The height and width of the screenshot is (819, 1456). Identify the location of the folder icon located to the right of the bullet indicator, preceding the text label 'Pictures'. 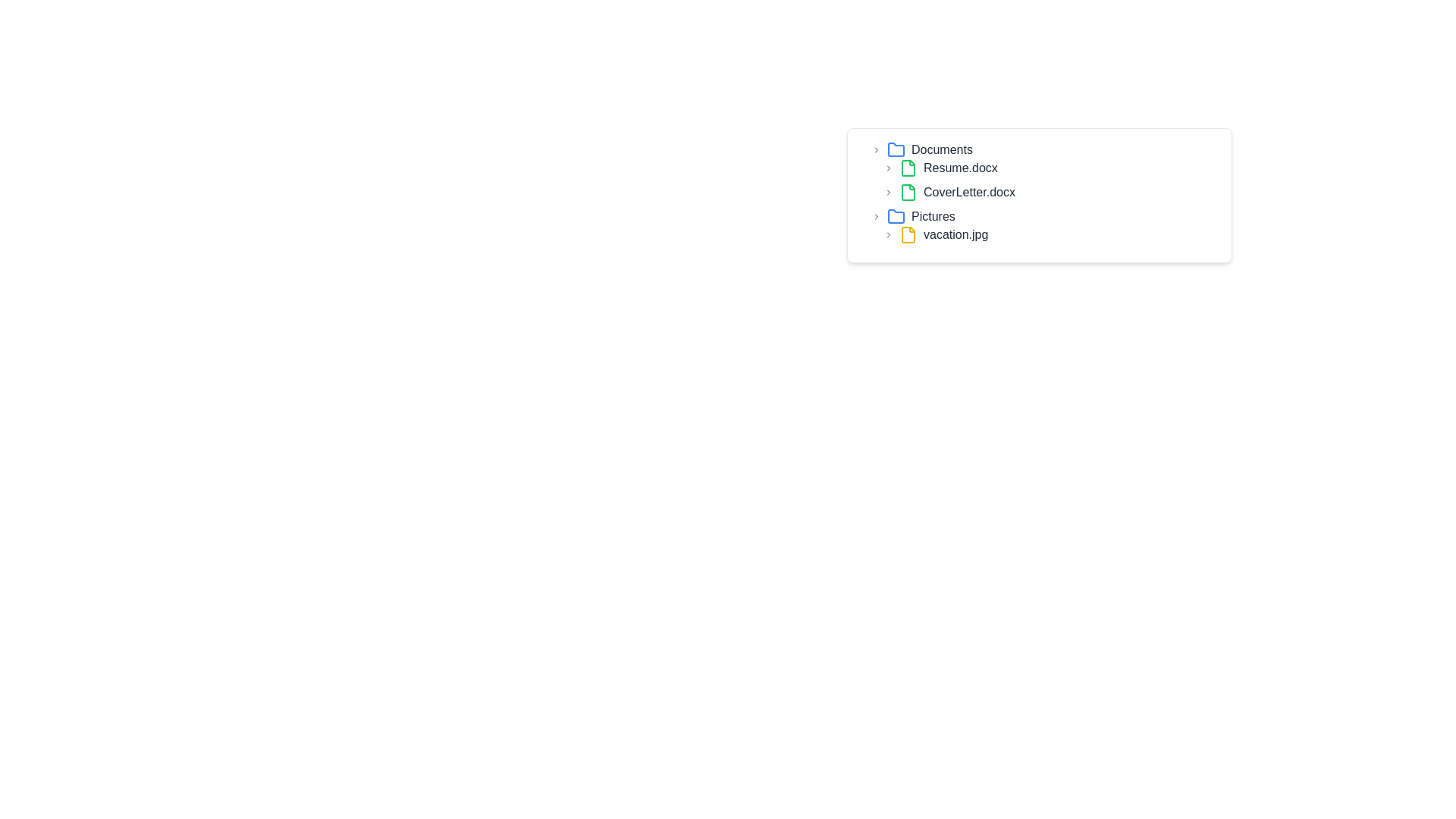
(896, 149).